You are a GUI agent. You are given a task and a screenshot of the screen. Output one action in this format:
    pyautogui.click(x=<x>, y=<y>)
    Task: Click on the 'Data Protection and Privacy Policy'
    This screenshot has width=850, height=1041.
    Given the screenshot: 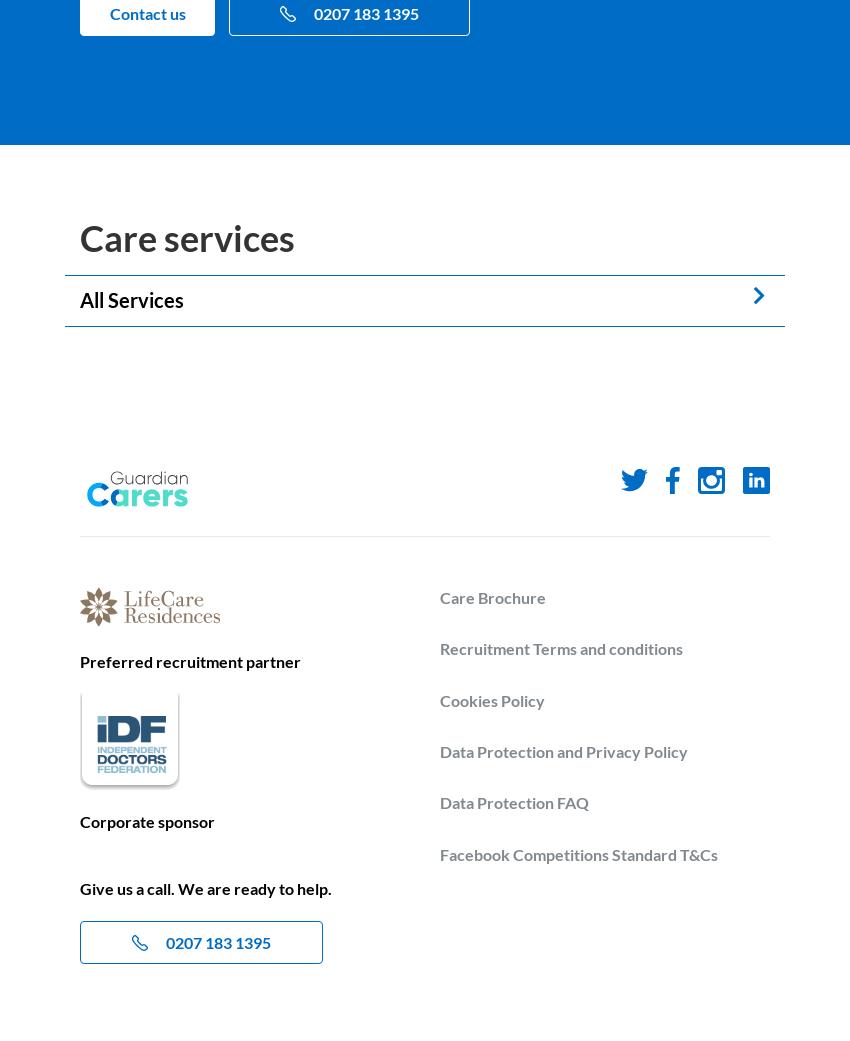 What is the action you would take?
    pyautogui.click(x=563, y=751)
    